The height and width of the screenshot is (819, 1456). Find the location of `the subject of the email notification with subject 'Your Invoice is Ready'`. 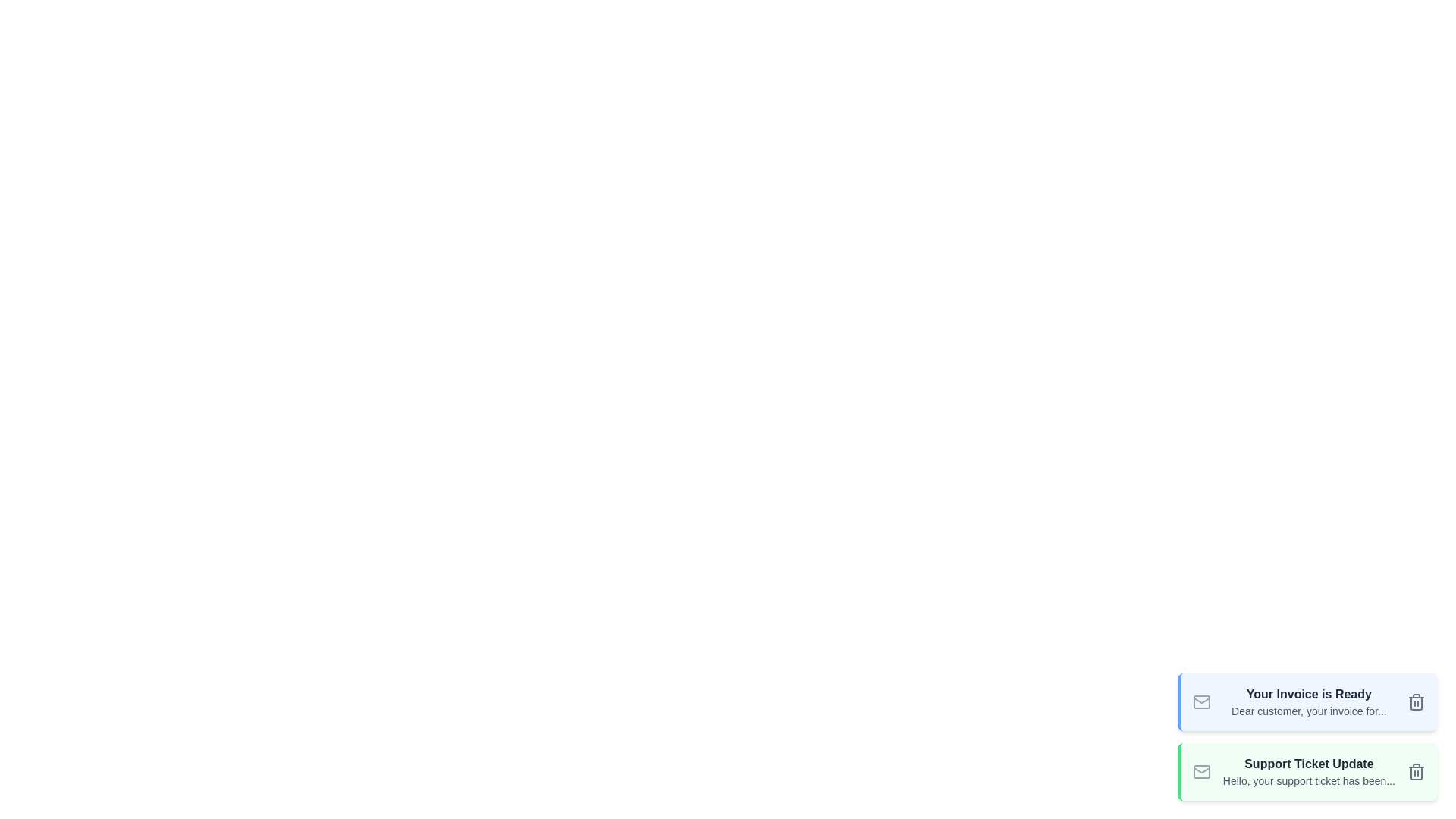

the subject of the email notification with subject 'Your Invoice is Ready' is located at coordinates (1308, 694).